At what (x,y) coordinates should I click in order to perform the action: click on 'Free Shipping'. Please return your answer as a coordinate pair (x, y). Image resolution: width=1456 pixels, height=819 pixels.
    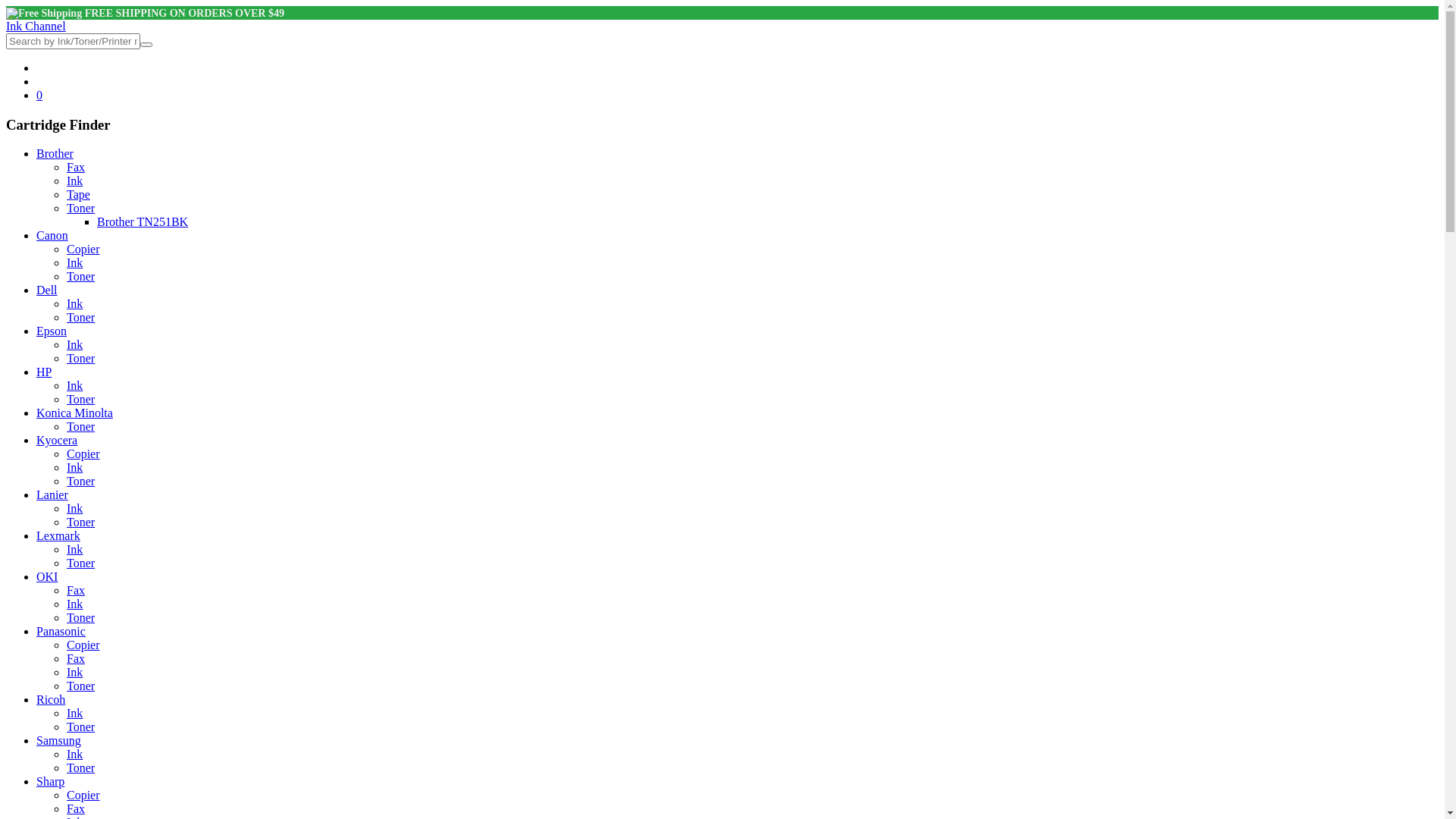
    Looking at the image, I should click on (43, 14).